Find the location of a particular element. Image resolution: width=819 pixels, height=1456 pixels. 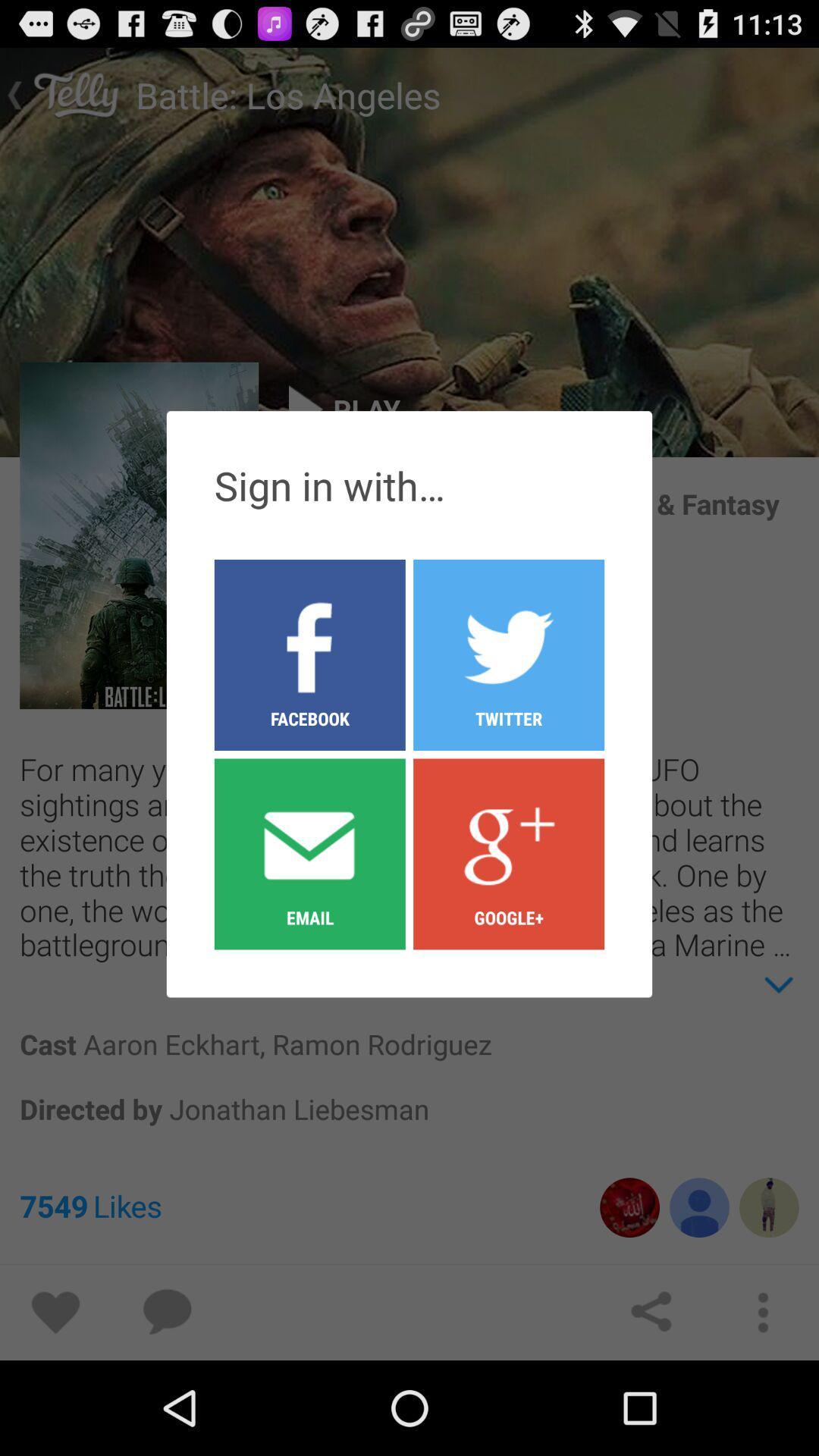

email button is located at coordinates (309, 853).